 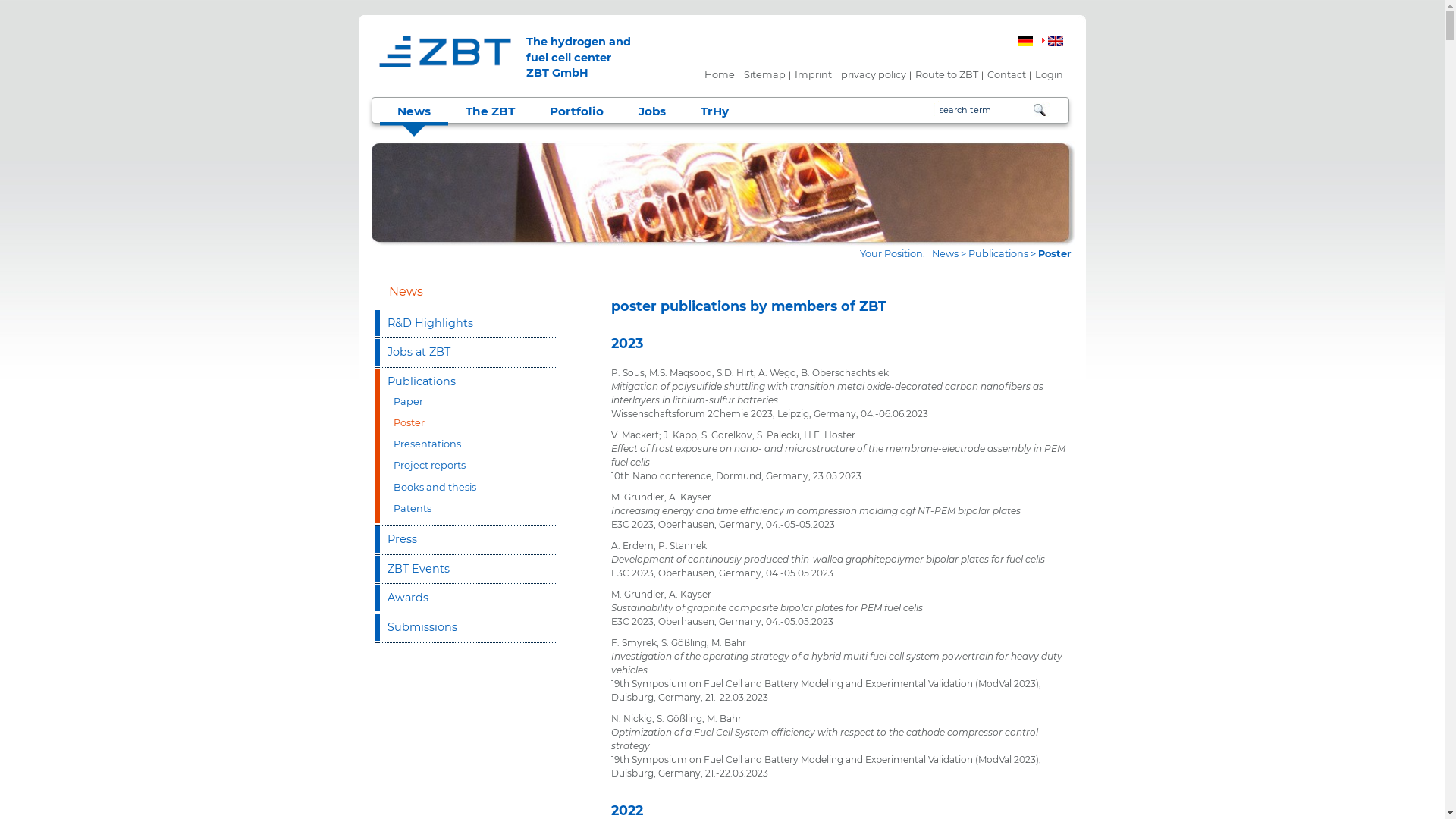 I want to click on 'English', so click(x=1055, y=40).